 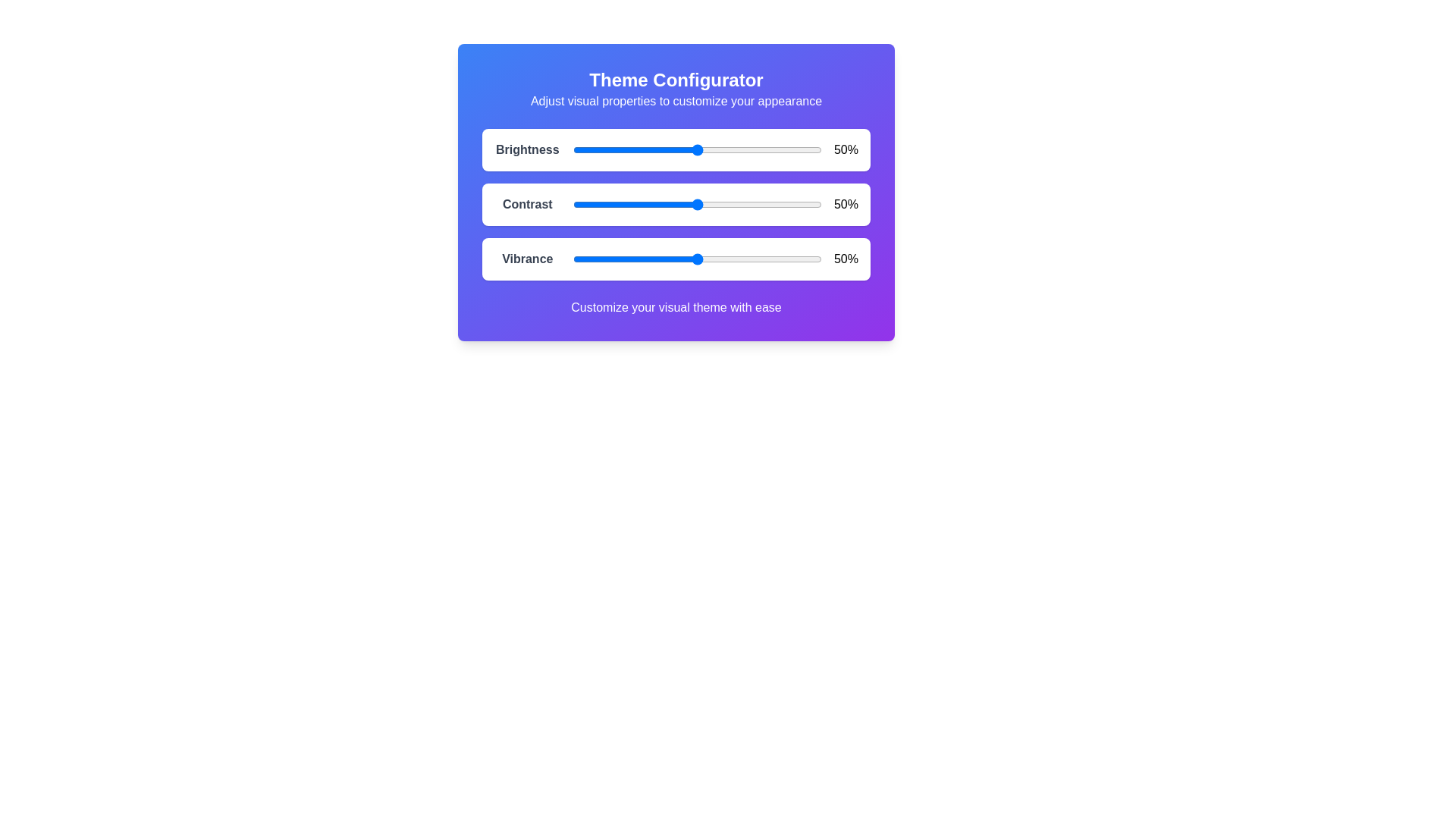 What do you see at coordinates (706, 205) in the screenshot?
I see `the contrast slider to 54%` at bounding box center [706, 205].